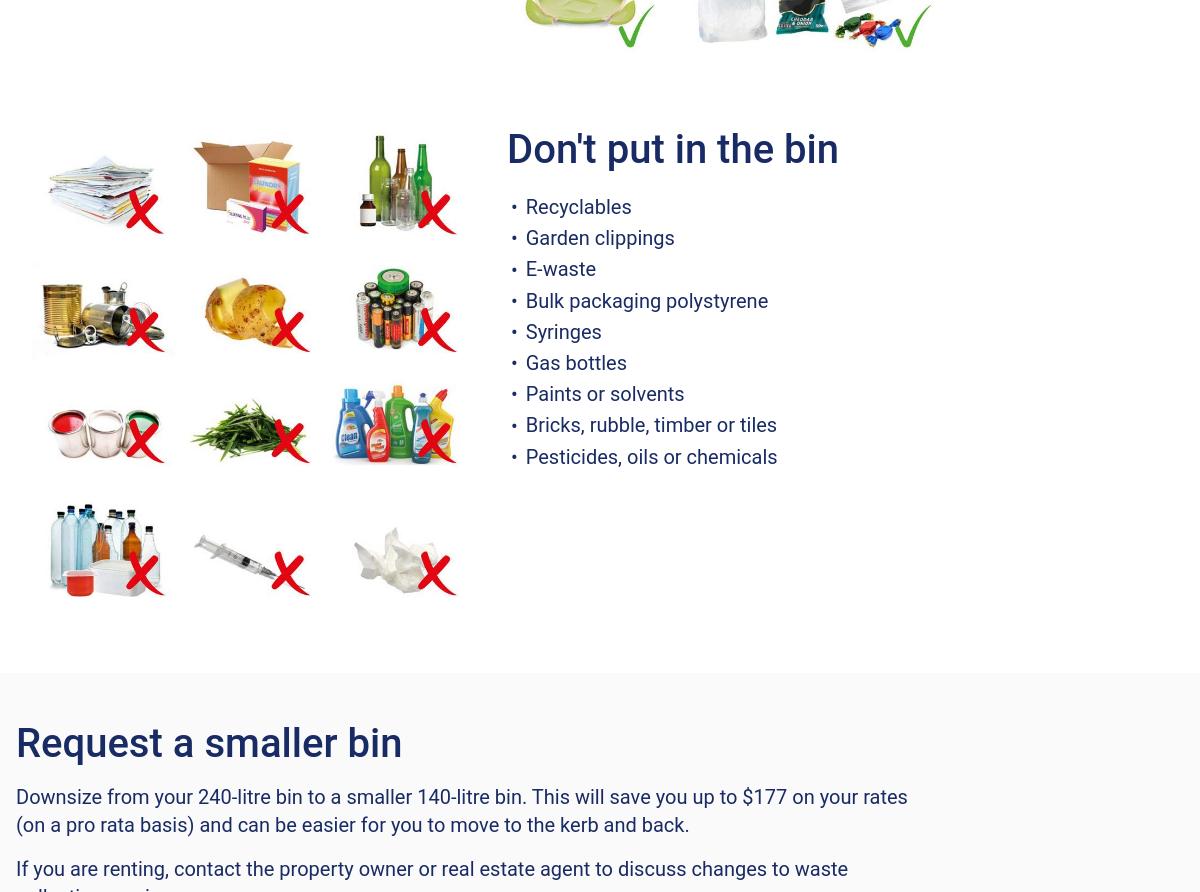 This screenshot has height=892, width=1200. I want to click on 'Garden clippings', so click(602, 237).